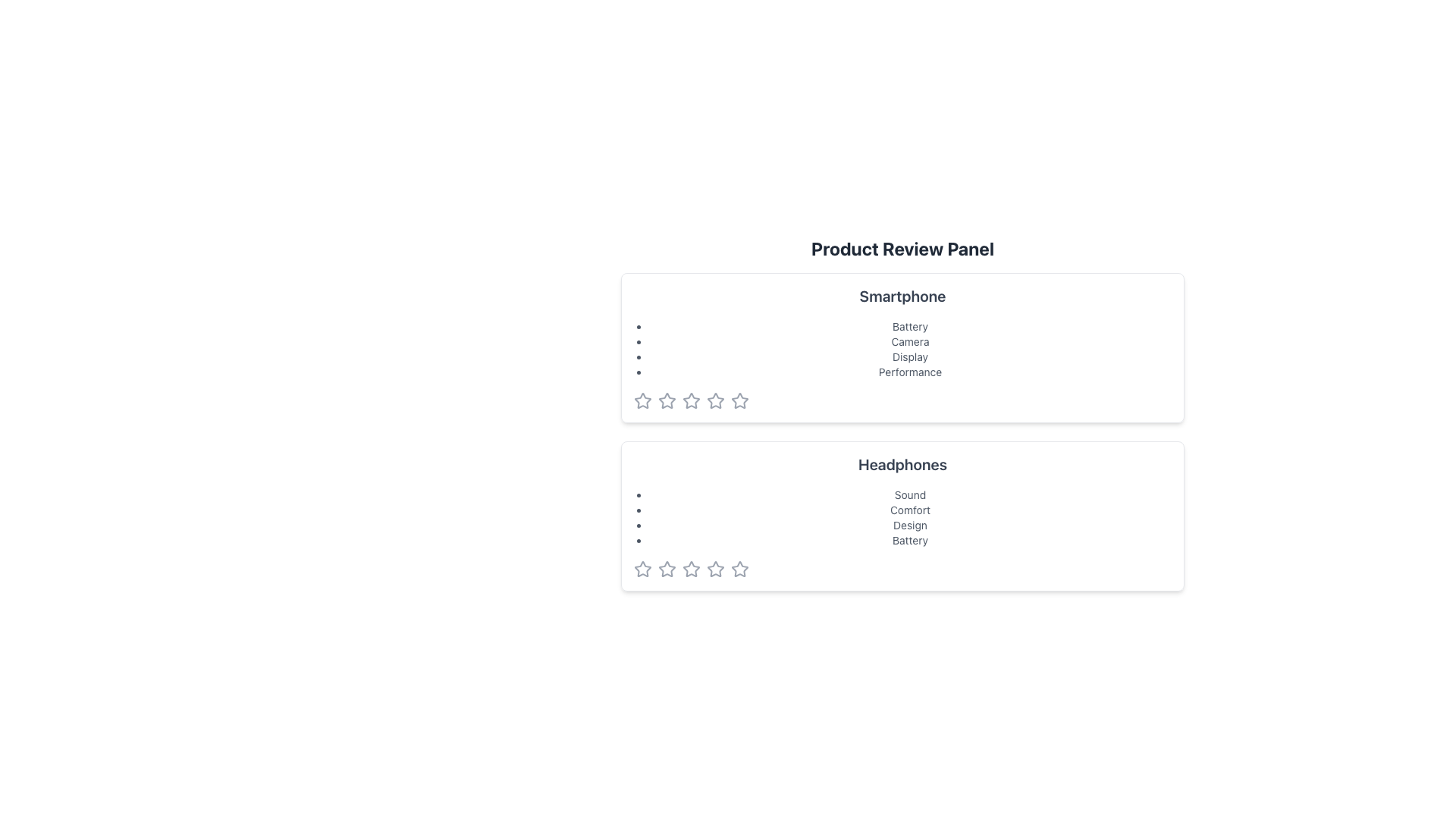 This screenshot has width=1456, height=819. Describe the element at coordinates (910, 372) in the screenshot. I see `the fourth item in the vertical bulleted list under the 'Smartphone' section, which is a Text Label representing a specific aspect or feature of the Smartphone category` at that location.